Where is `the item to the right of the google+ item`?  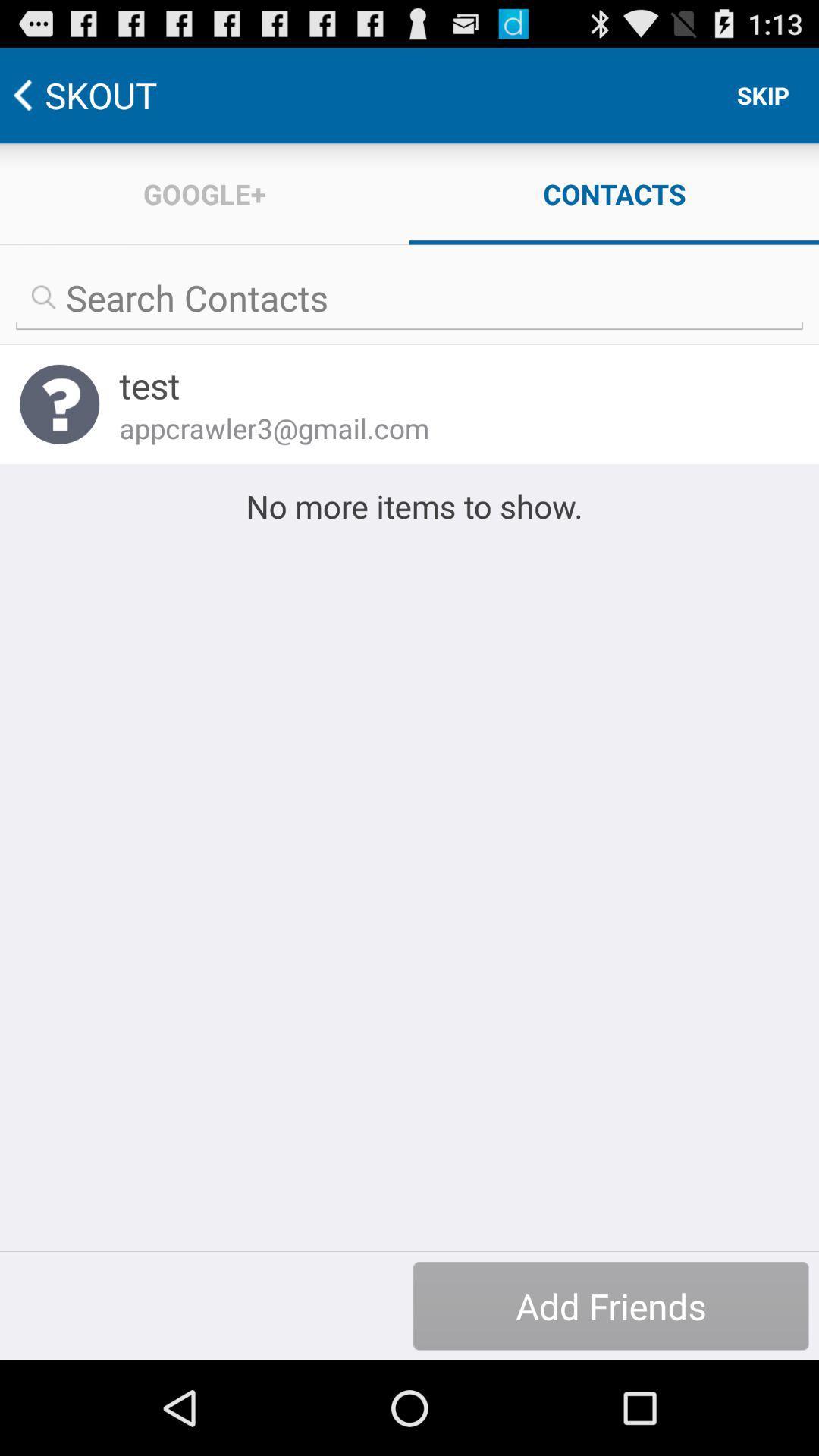
the item to the right of the google+ item is located at coordinates (763, 94).